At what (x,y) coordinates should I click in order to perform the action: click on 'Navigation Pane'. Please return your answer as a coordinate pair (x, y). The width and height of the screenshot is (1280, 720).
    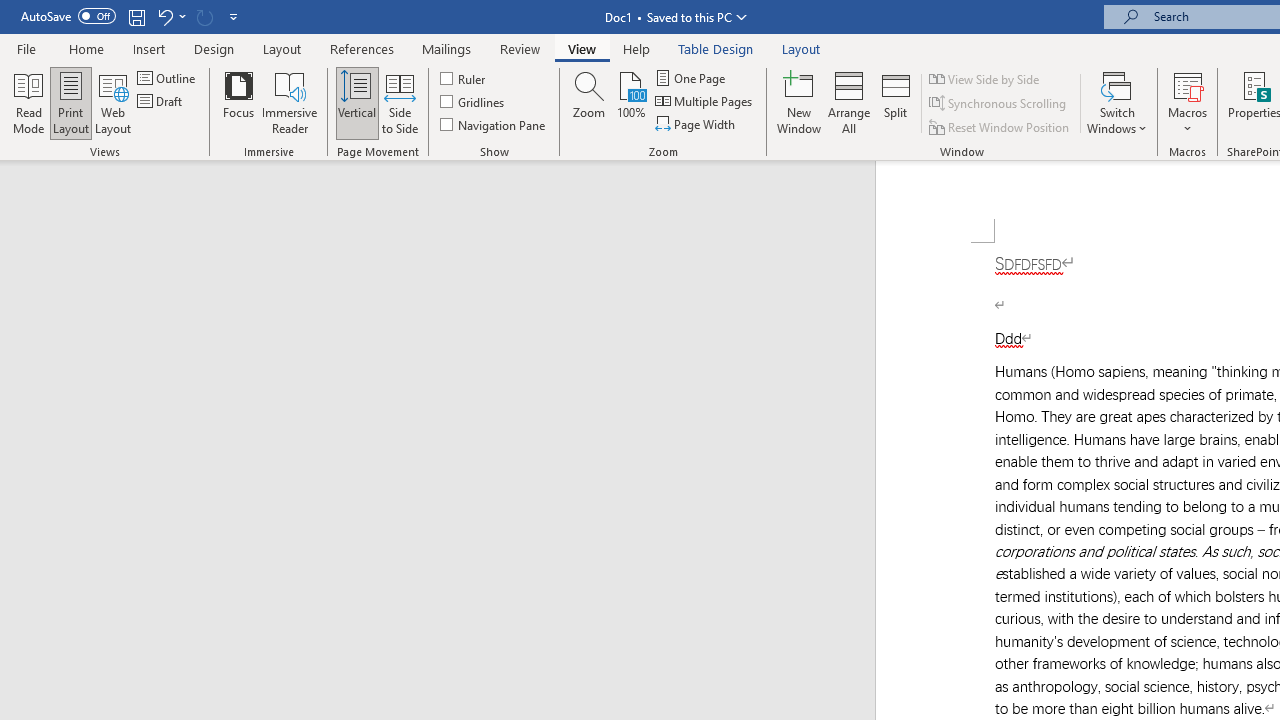
    Looking at the image, I should click on (494, 124).